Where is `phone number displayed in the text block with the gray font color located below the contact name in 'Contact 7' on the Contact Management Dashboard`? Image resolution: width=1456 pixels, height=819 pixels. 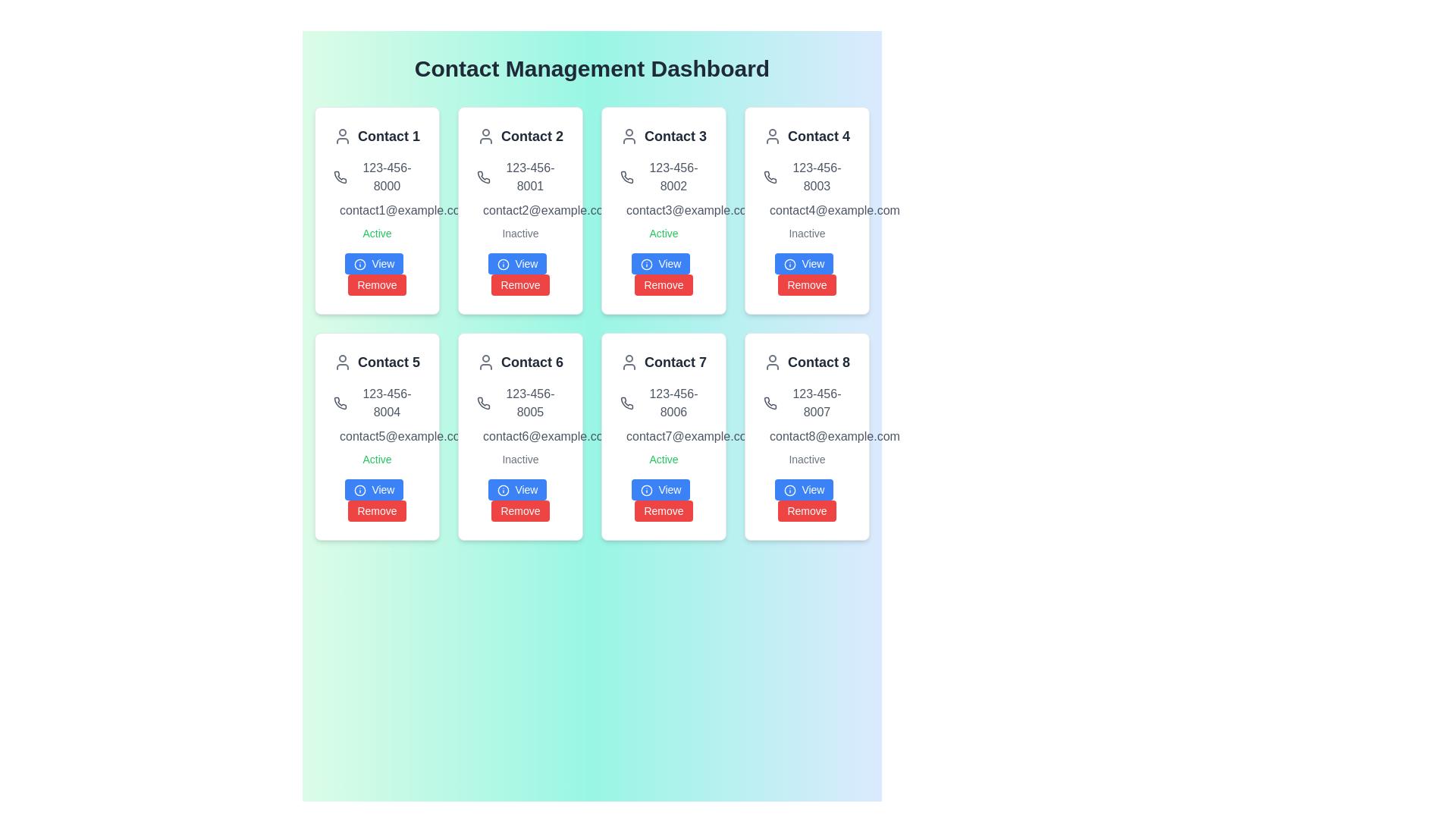
phone number displayed in the text block with the gray font color located below the contact name in 'Contact 7' on the Contact Management Dashboard is located at coordinates (664, 403).